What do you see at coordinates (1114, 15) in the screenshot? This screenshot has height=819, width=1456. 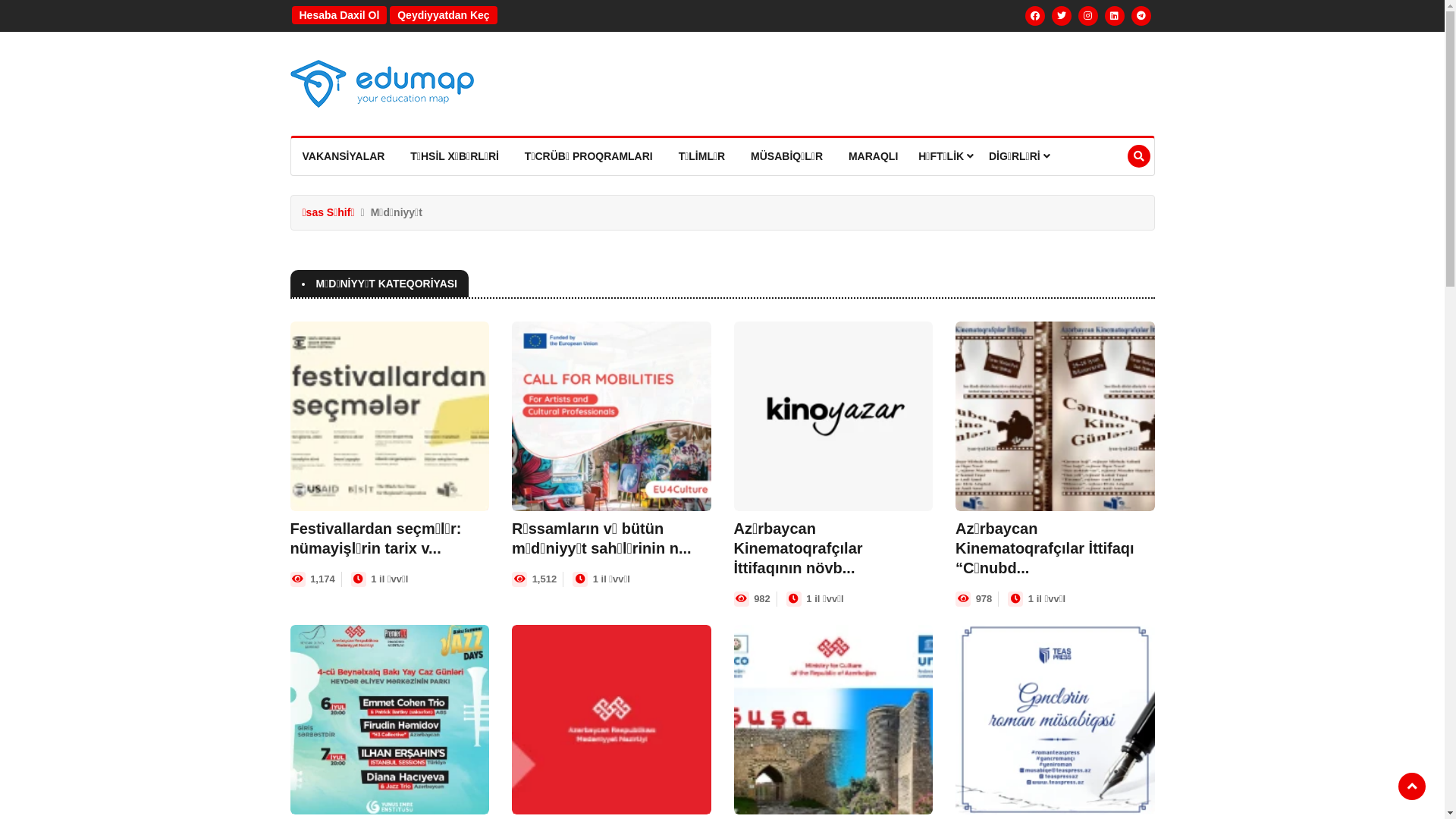 I see `'Linkdin'` at bounding box center [1114, 15].